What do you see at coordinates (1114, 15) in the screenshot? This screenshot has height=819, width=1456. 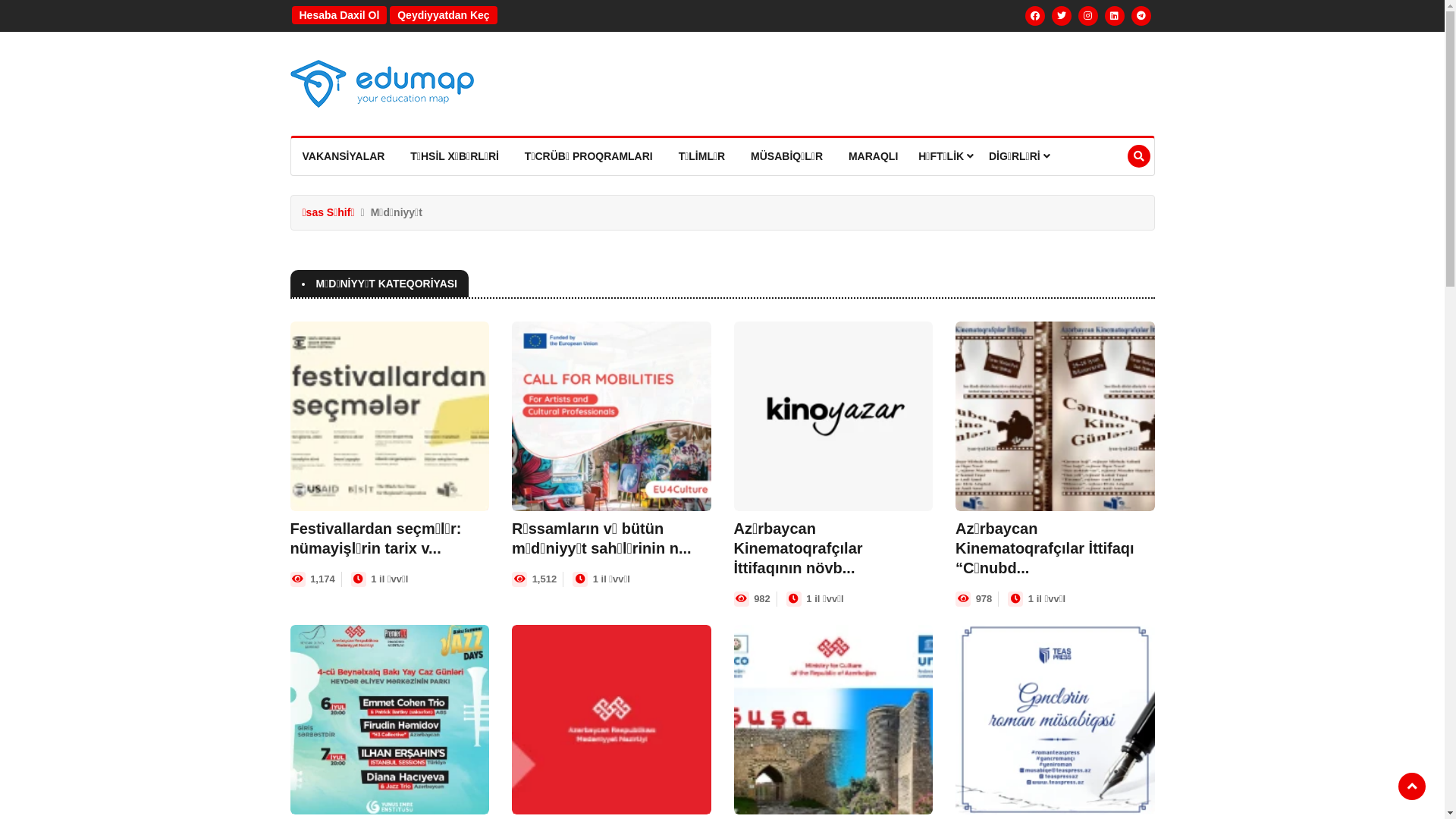 I see `'Linkdin'` at bounding box center [1114, 15].